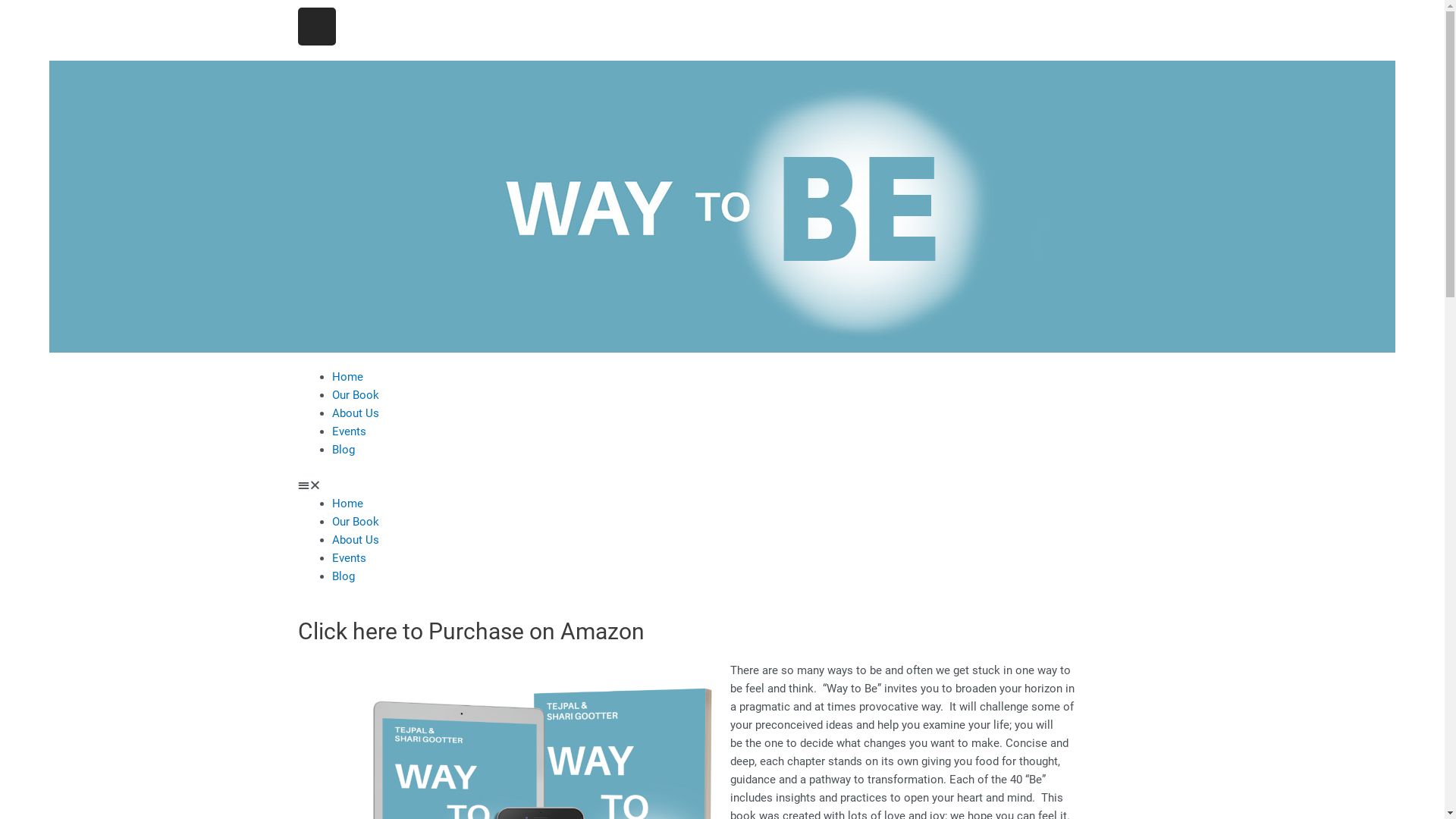  I want to click on 'Our Book', so click(355, 519).